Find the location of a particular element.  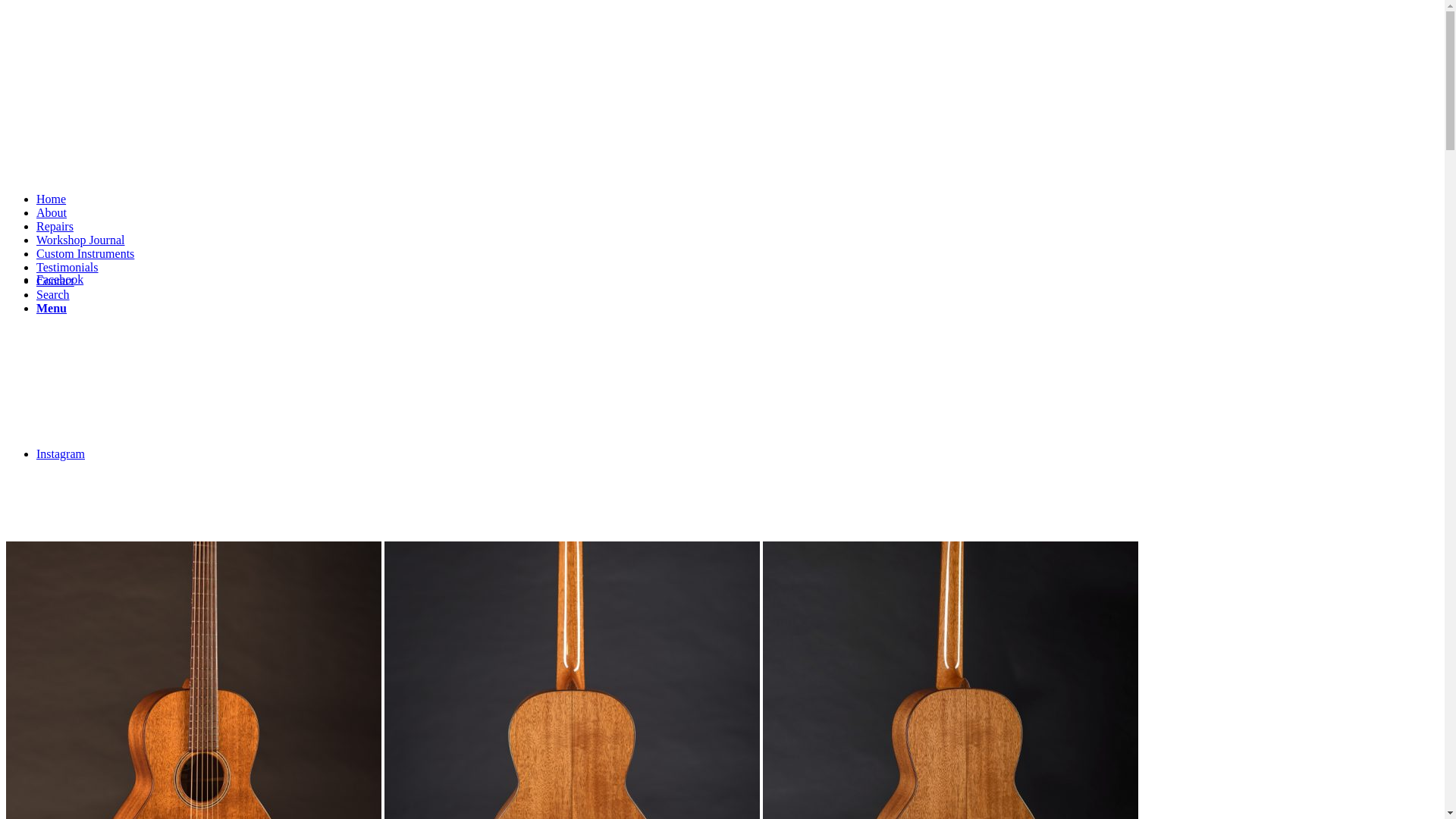

'Contact' is located at coordinates (55, 281).